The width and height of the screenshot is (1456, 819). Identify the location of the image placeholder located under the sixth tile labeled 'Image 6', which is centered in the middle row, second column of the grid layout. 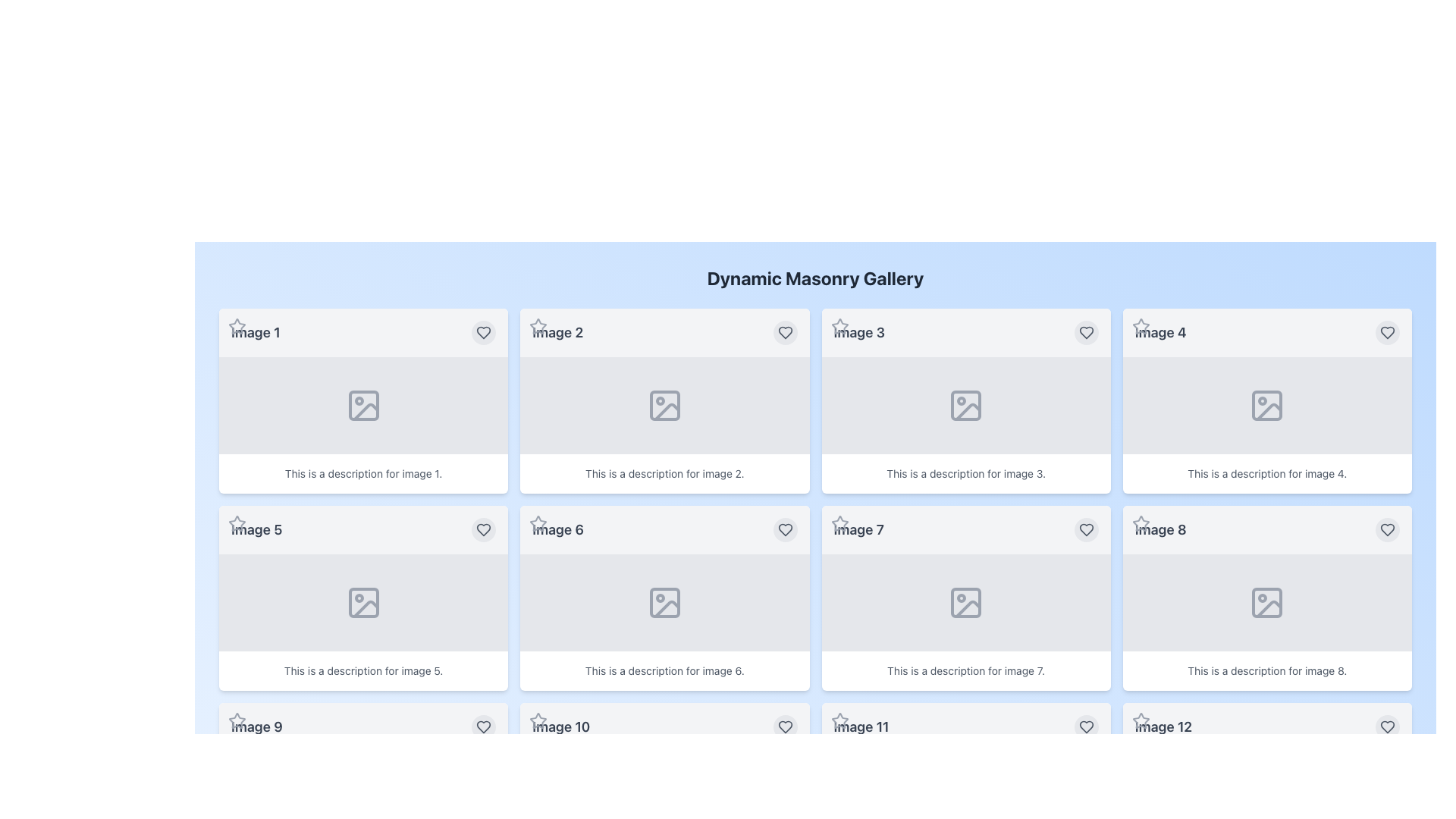
(664, 601).